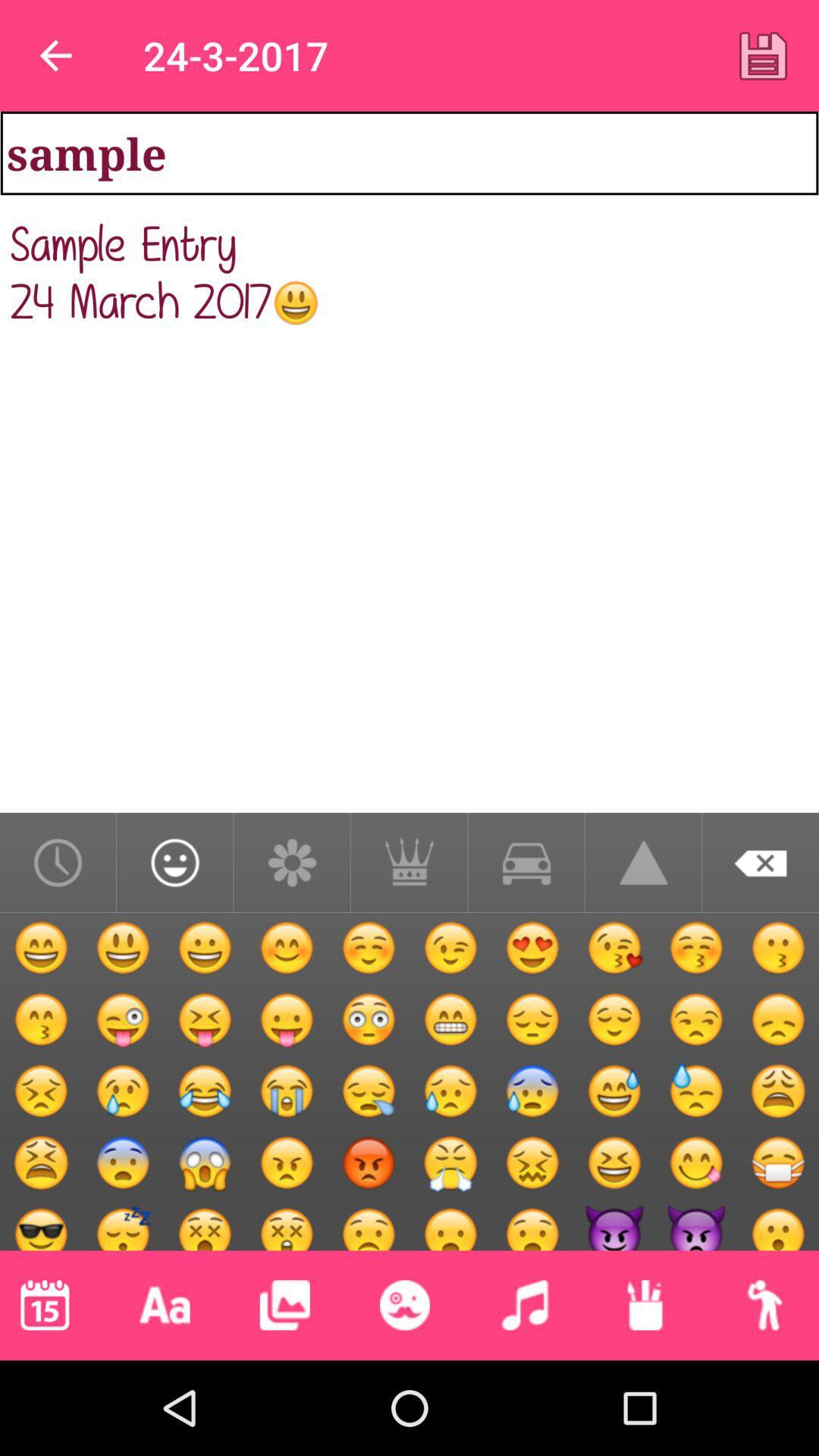 This screenshot has height=1456, width=819. What do you see at coordinates (526, 862) in the screenshot?
I see `the chat icon` at bounding box center [526, 862].